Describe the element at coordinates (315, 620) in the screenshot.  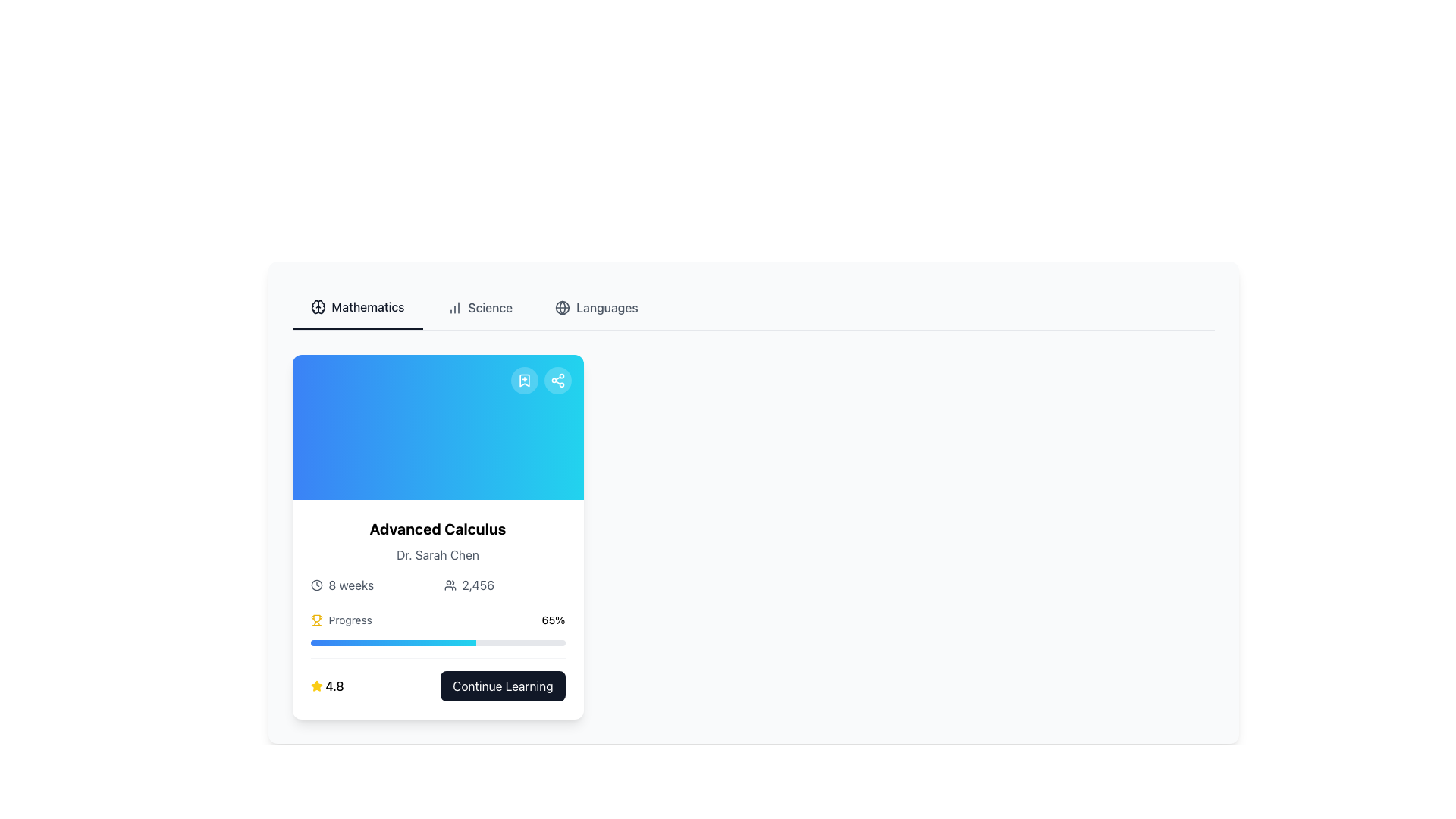
I see `the small yellow trophy icon that represents an achievement, located to the immediate left of the 'Progress' label in the course details card` at that location.